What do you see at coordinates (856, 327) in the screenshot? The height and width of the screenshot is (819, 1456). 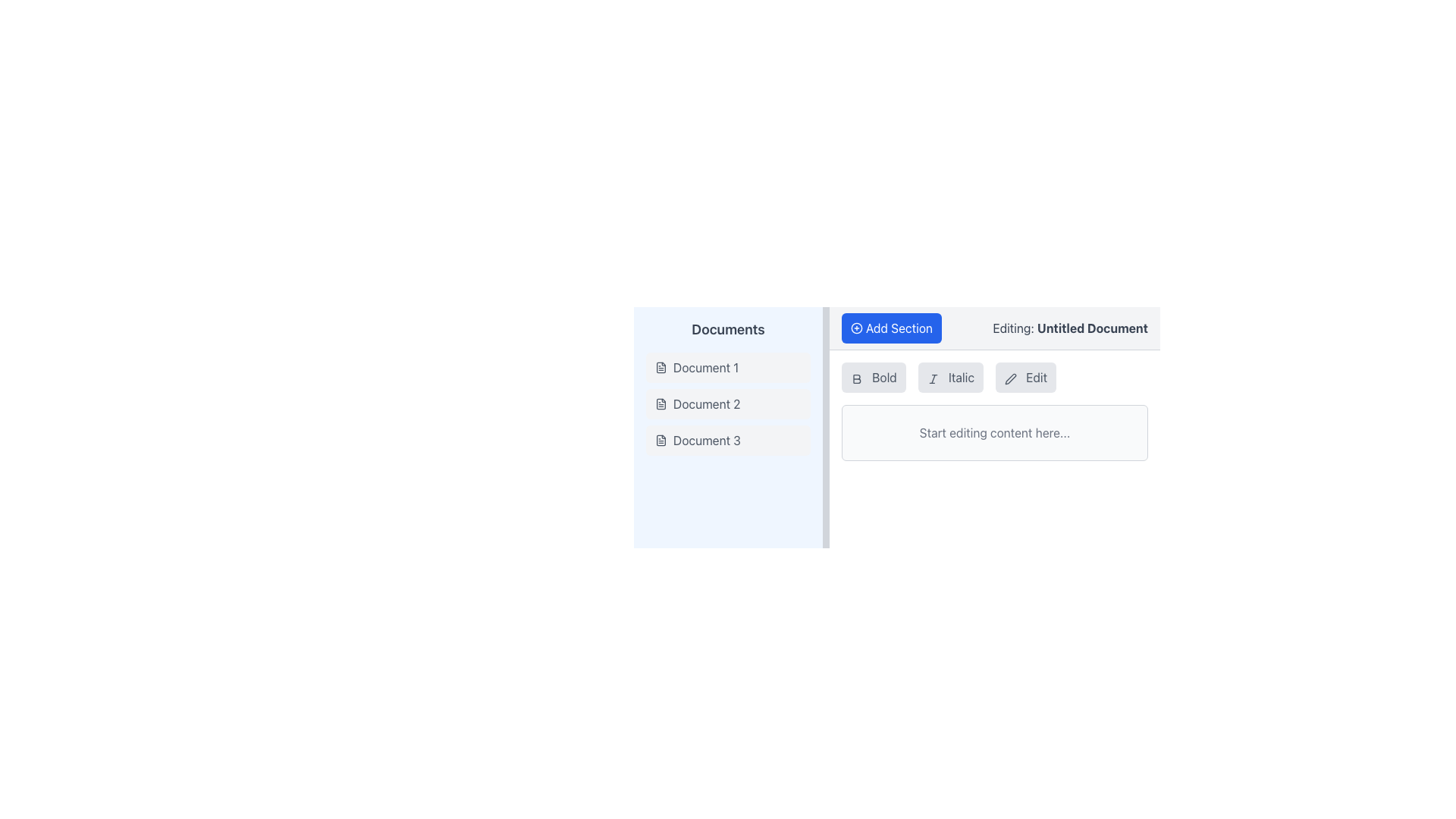 I see `the circular icon with a plus symbol inside it, which is styled using the 'lucide-circle-plus' class, located to the left of the 'Add Section' button` at bounding box center [856, 327].